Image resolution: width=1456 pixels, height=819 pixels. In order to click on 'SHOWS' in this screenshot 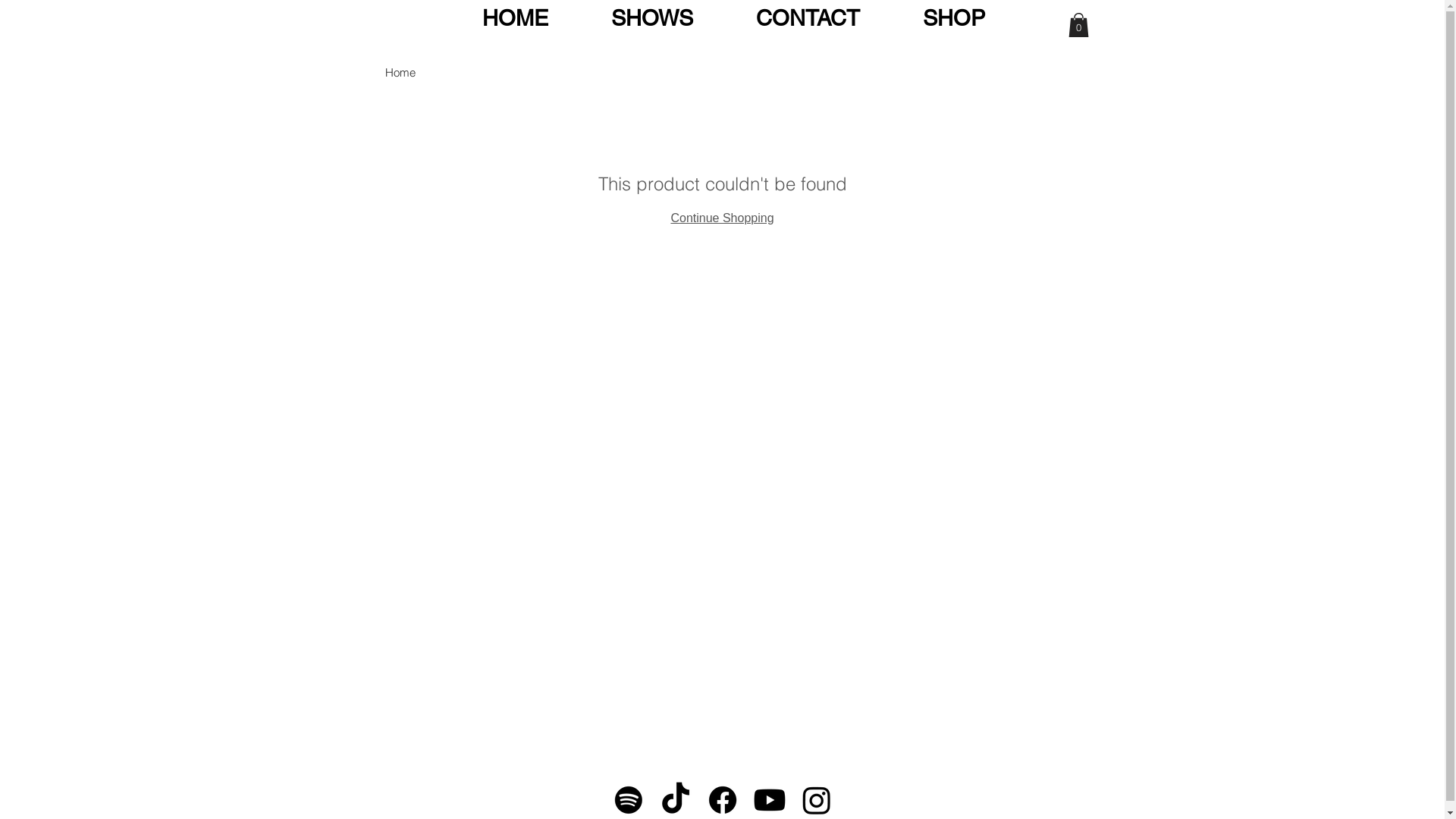, I will do `click(651, 11)`.